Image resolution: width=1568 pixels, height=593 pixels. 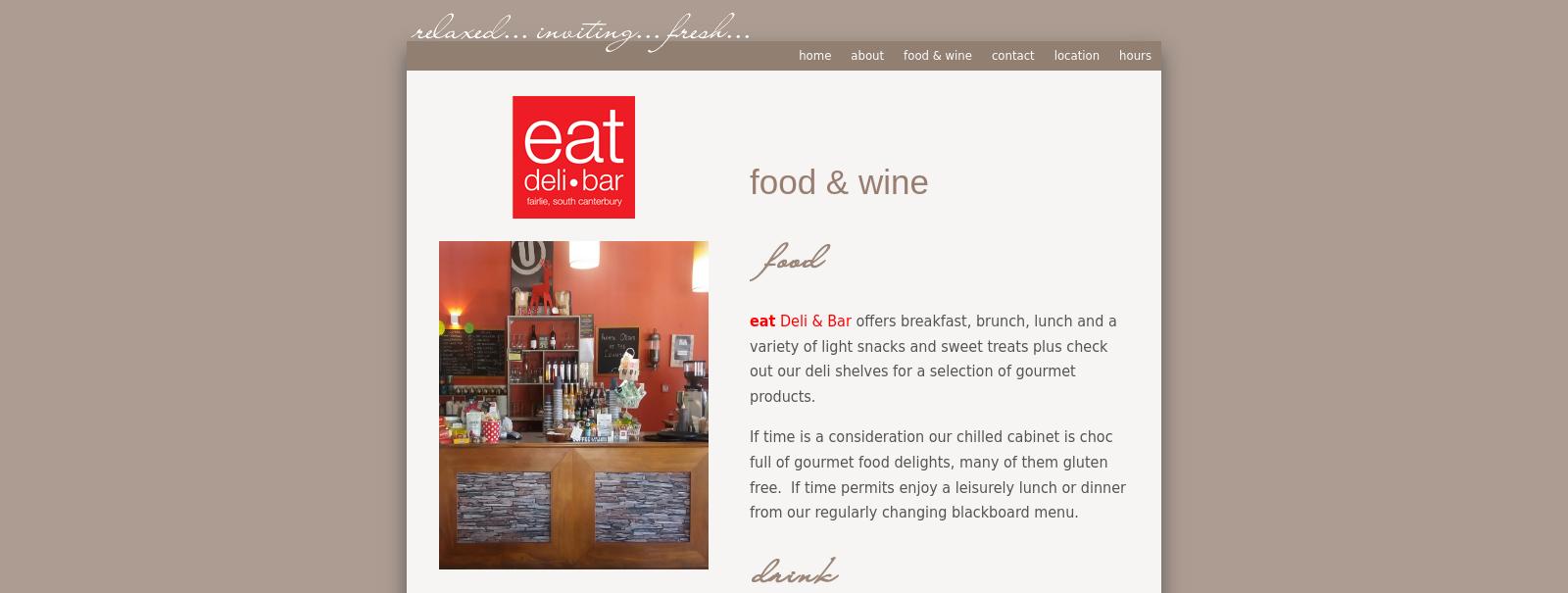 What do you see at coordinates (1076, 54) in the screenshot?
I see `'Location'` at bounding box center [1076, 54].